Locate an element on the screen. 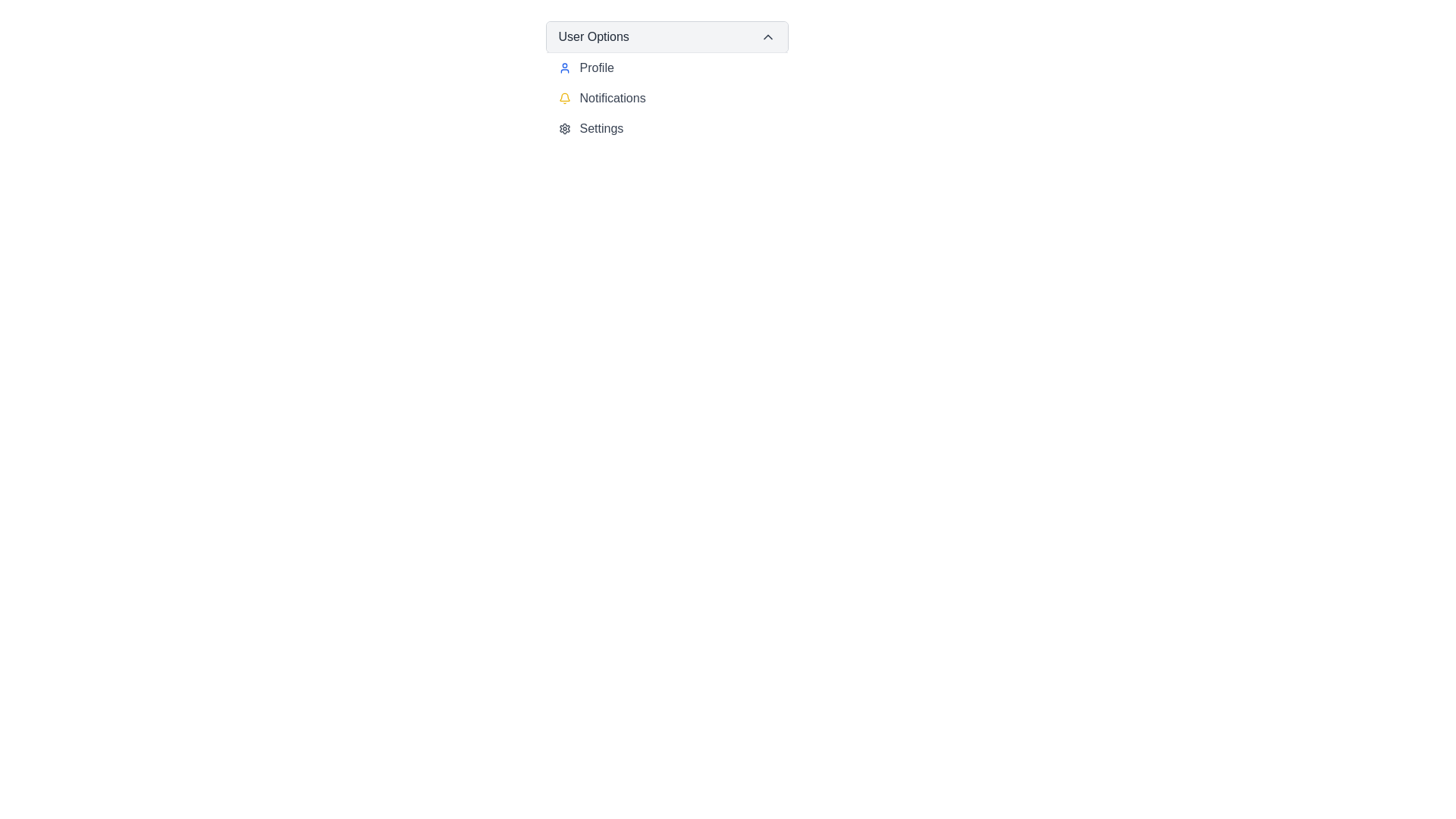 Image resolution: width=1456 pixels, height=819 pixels. the Text label adjacent to an icon located in the 'User Options' dropdown menu, which is the last item below the 'Notifications' option is located at coordinates (601, 127).